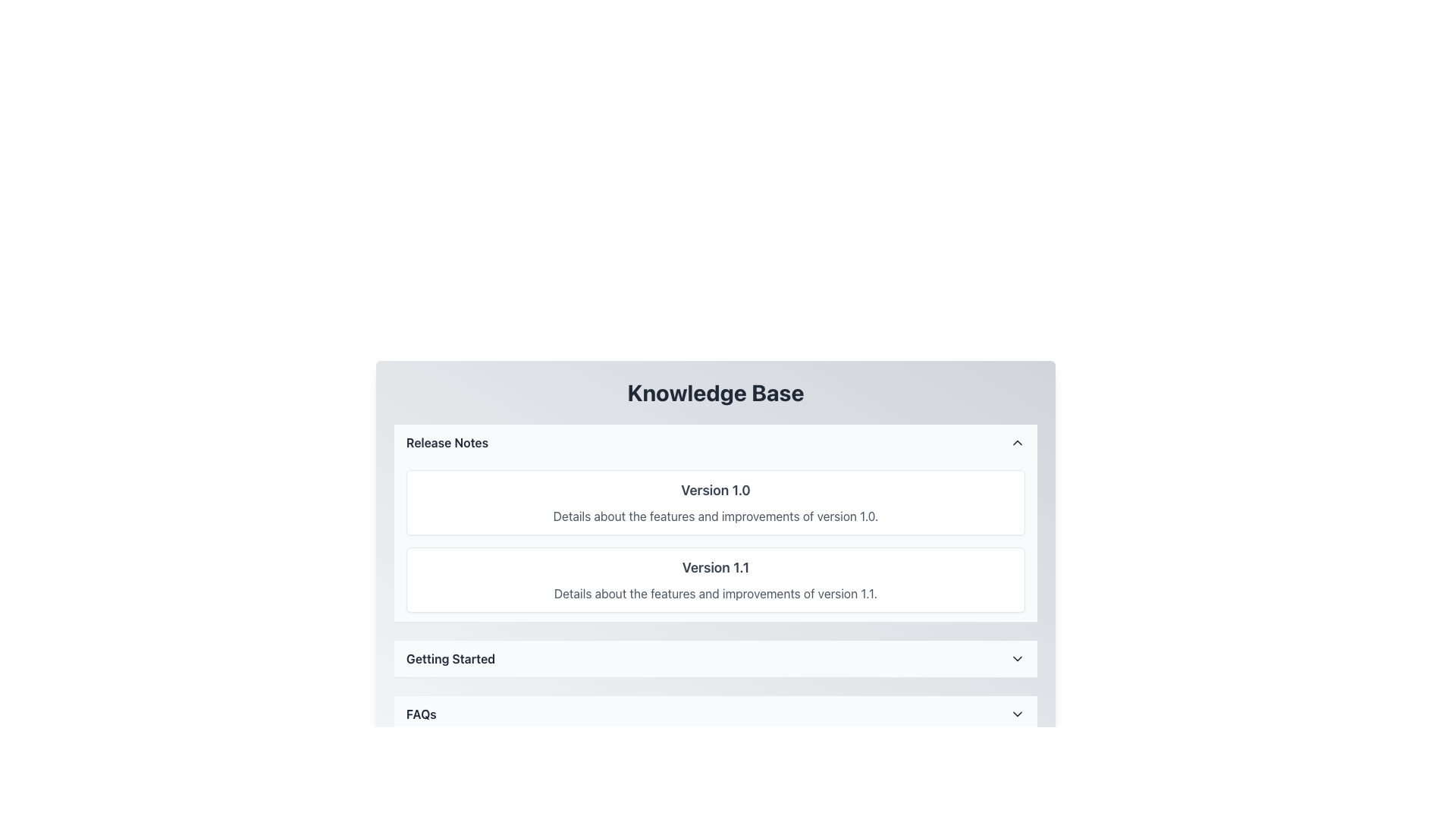 The image size is (1456, 819). I want to click on the chevron-down icon located at the far-right end of the 'FAQs' section header, so click(1018, 714).